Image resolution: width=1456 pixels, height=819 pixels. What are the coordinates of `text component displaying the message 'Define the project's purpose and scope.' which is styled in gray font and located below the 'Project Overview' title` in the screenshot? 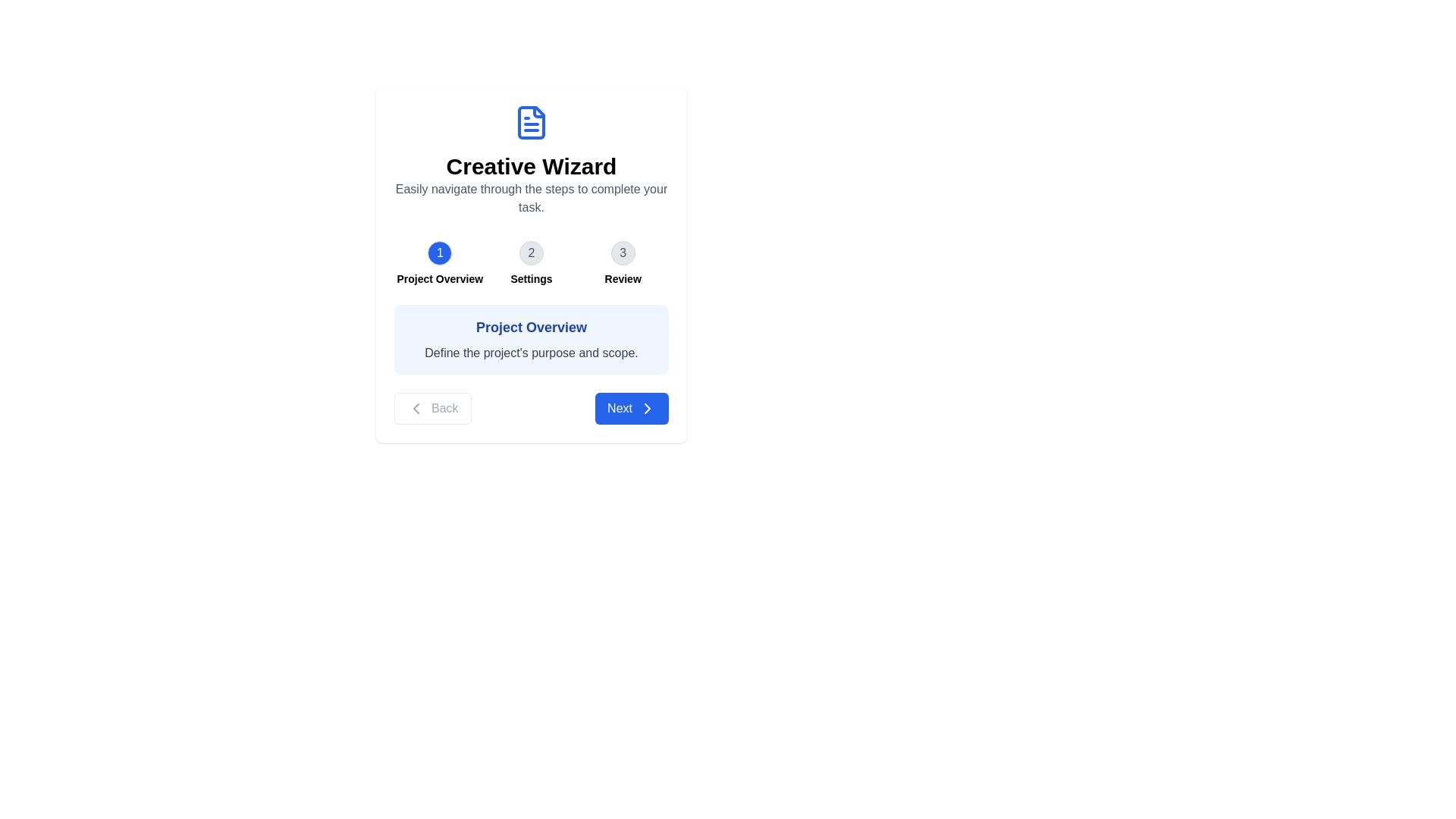 It's located at (531, 353).